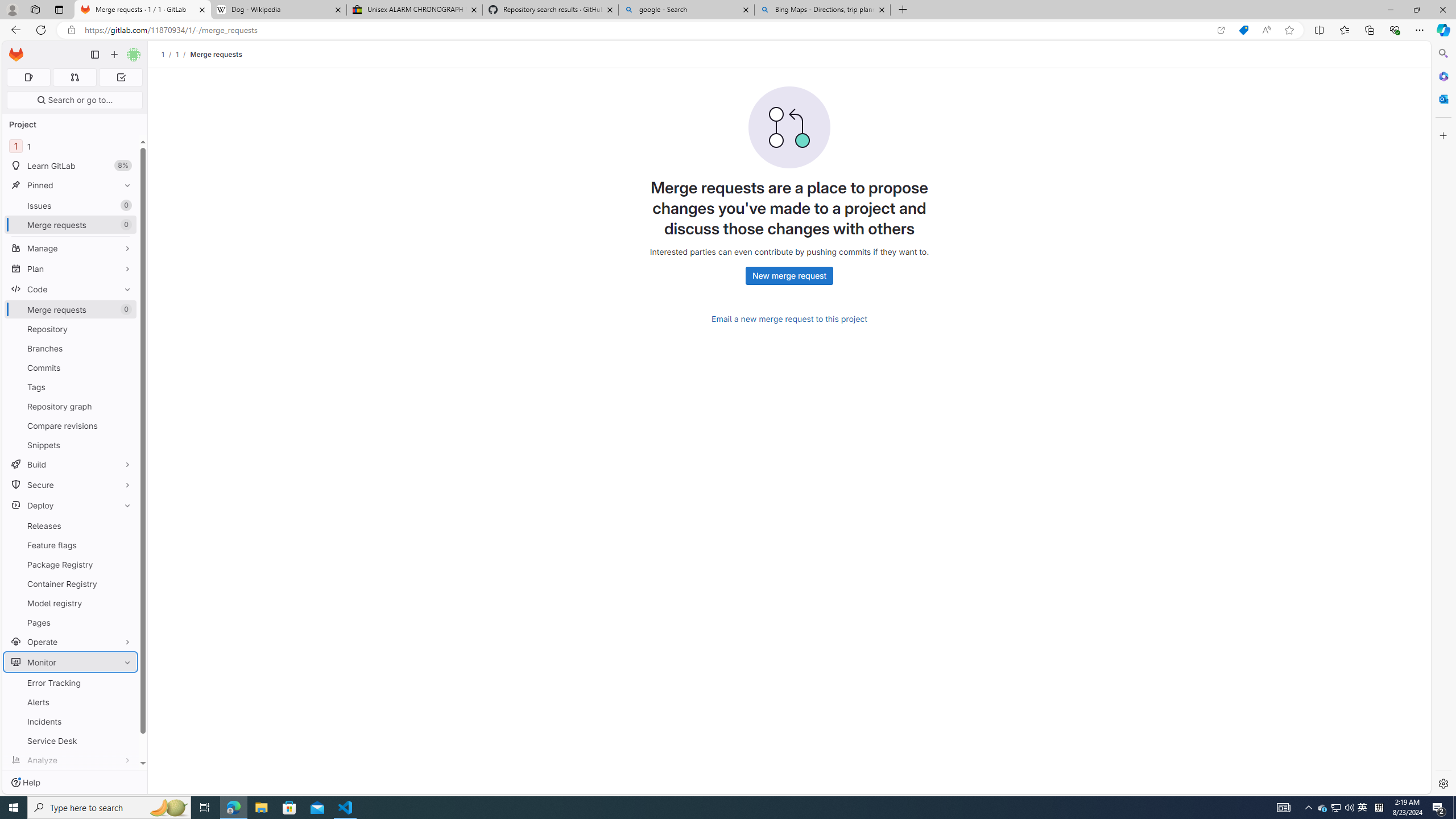 Image resolution: width=1456 pixels, height=819 pixels. Describe the element at coordinates (28, 77) in the screenshot. I see `'Assigned issues 0'` at that location.